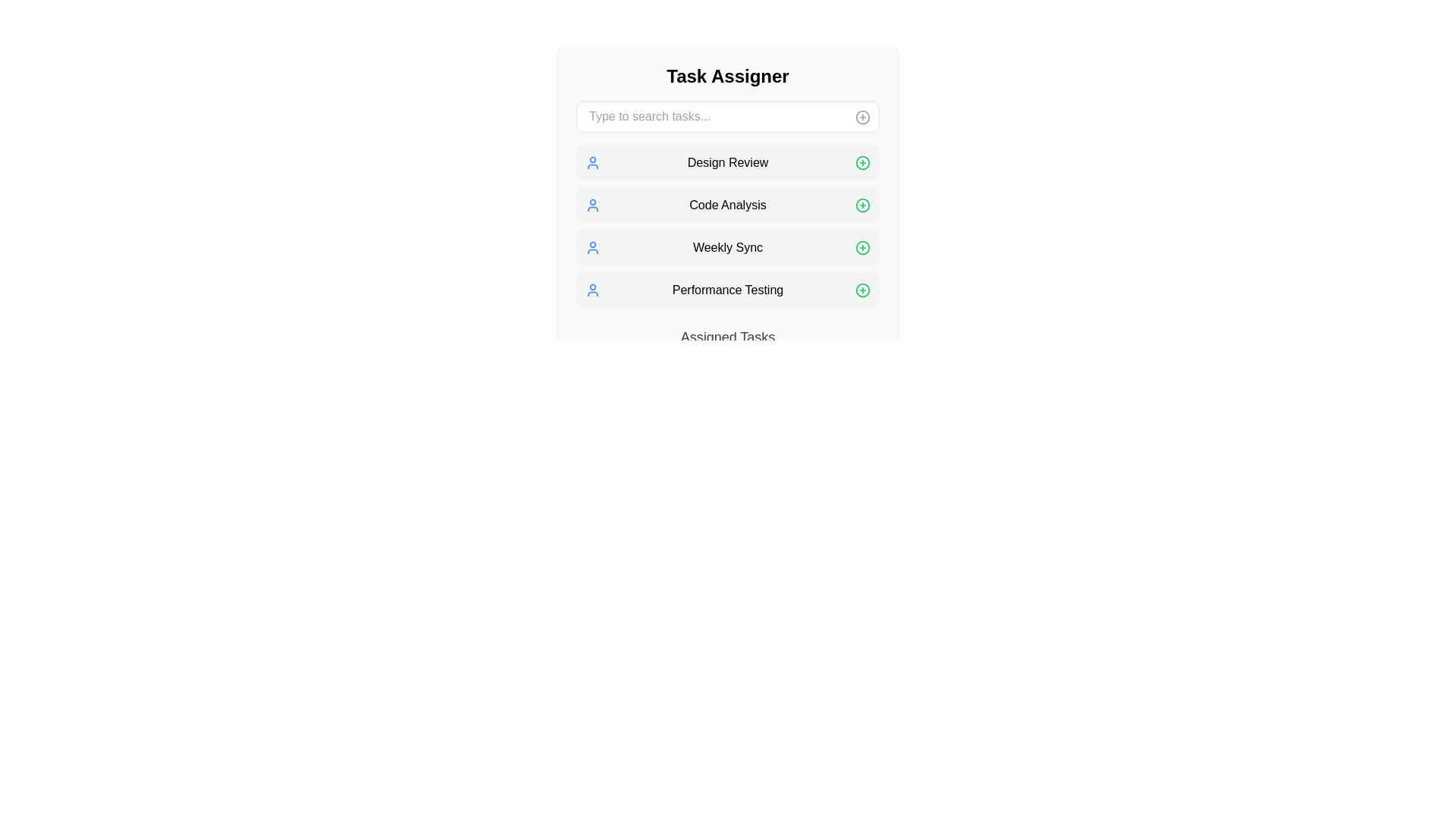  Describe the element at coordinates (862, 163) in the screenshot. I see `the small green circular icon with a plus symbol inside, located at the far right of the 'Design Review' task row` at that location.